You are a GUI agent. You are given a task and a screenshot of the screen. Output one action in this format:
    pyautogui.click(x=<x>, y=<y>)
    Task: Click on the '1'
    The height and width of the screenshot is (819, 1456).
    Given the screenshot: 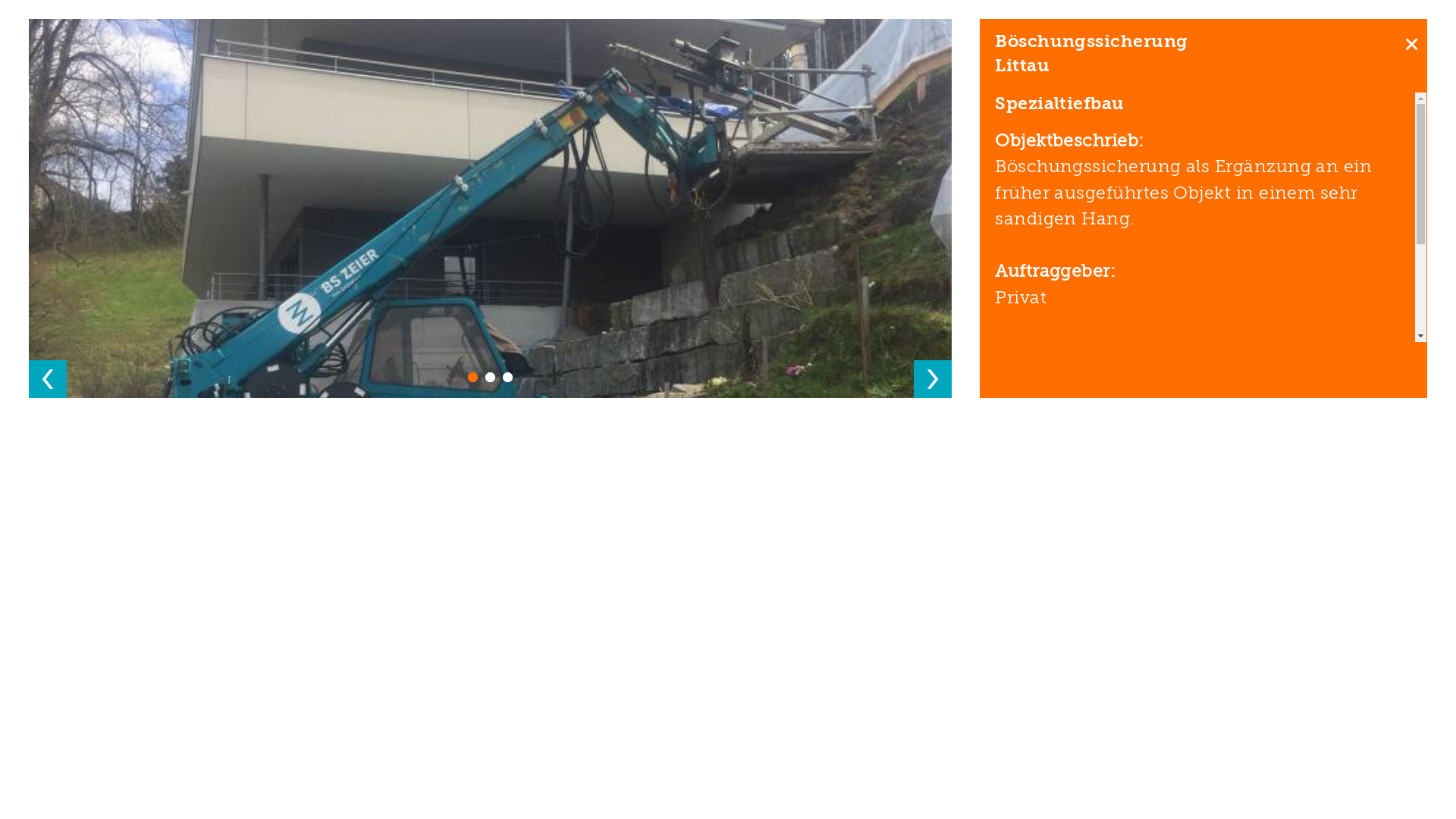 What is the action you would take?
    pyautogui.click(x=472, y=375)
    